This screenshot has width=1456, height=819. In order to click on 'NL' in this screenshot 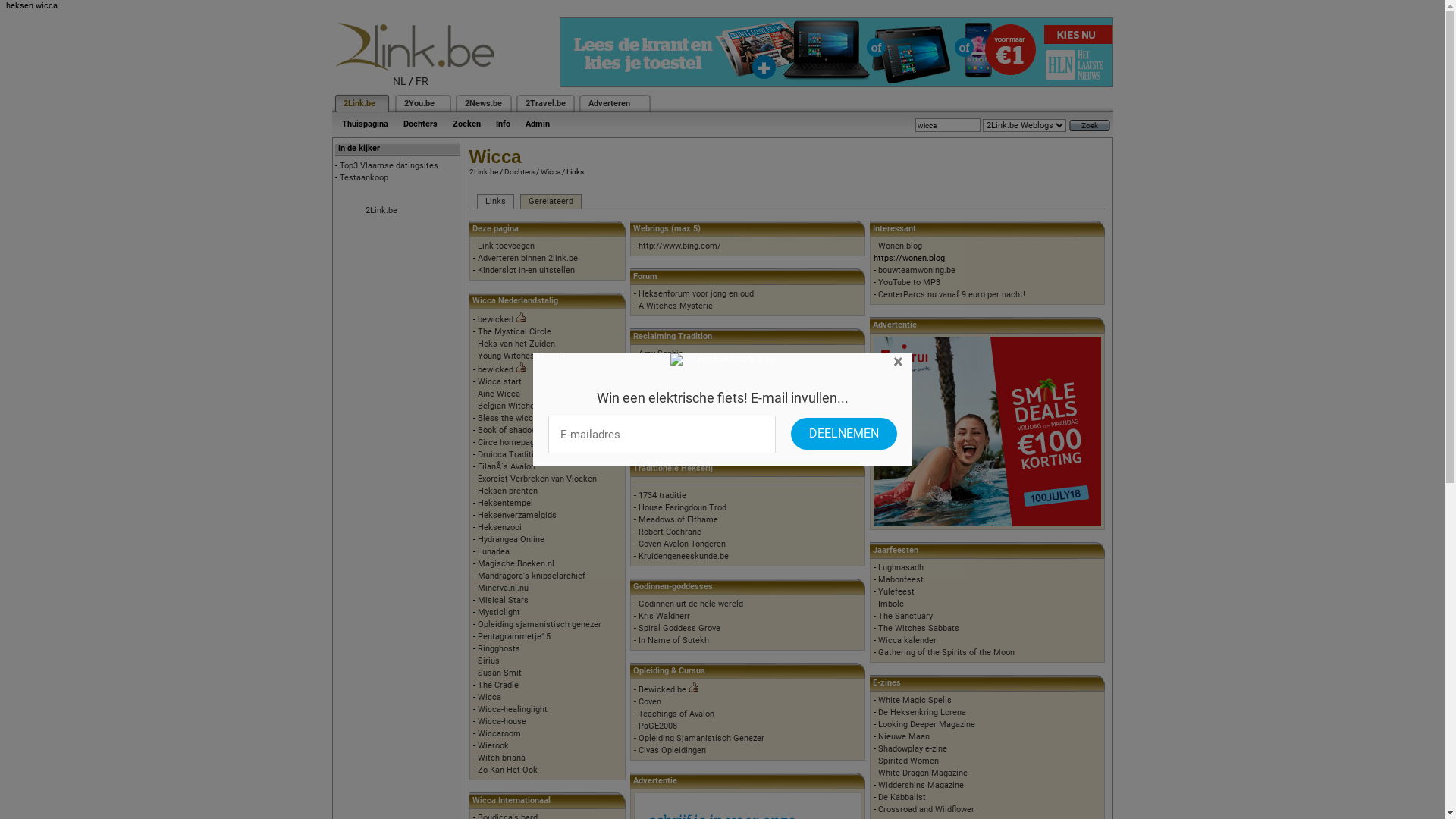, I will do `click(400, 81)`.